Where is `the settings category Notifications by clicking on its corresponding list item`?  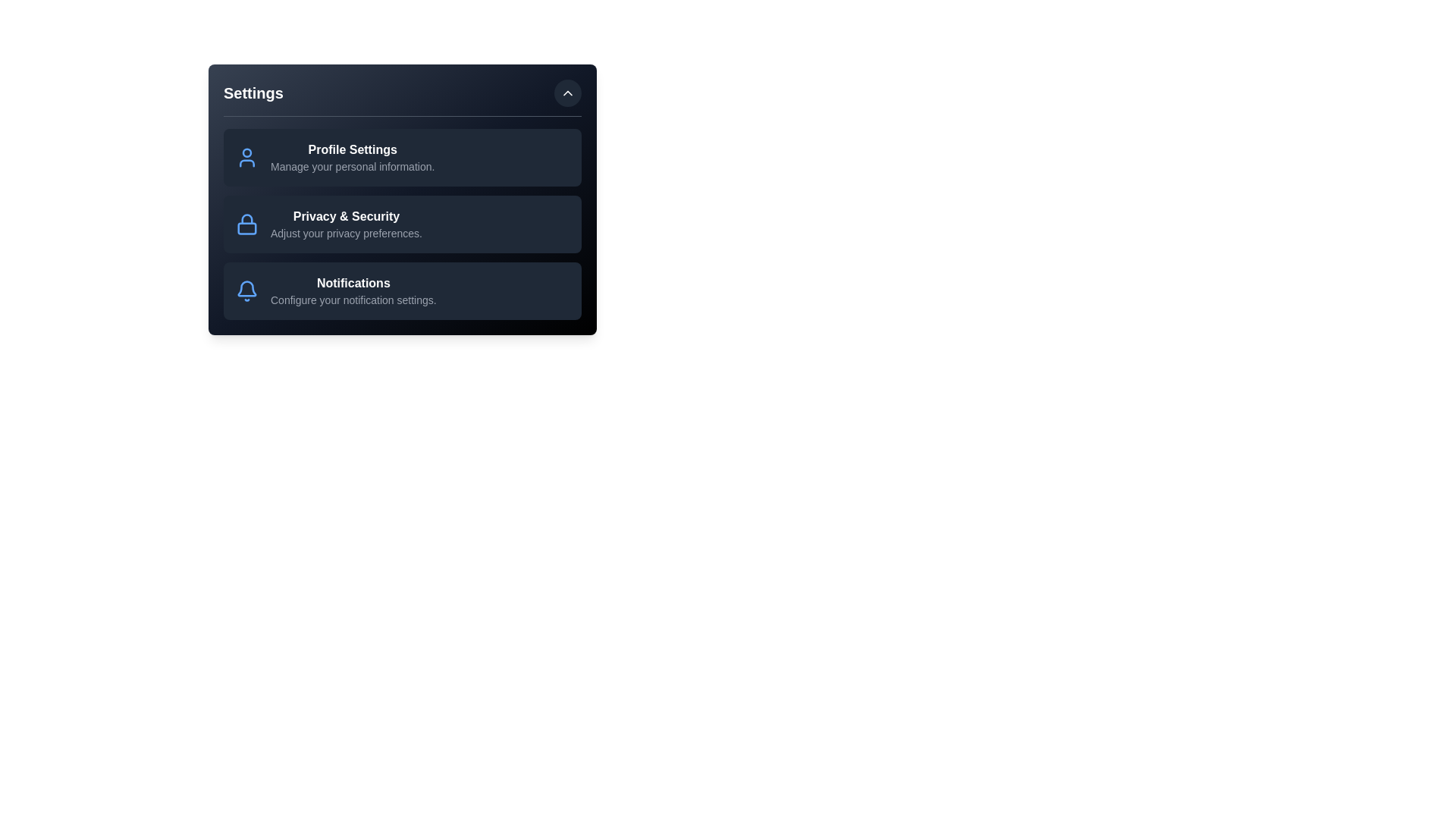
the settings category Notifications by clicking on its corresponding list item is located at coordinates (403, 291).